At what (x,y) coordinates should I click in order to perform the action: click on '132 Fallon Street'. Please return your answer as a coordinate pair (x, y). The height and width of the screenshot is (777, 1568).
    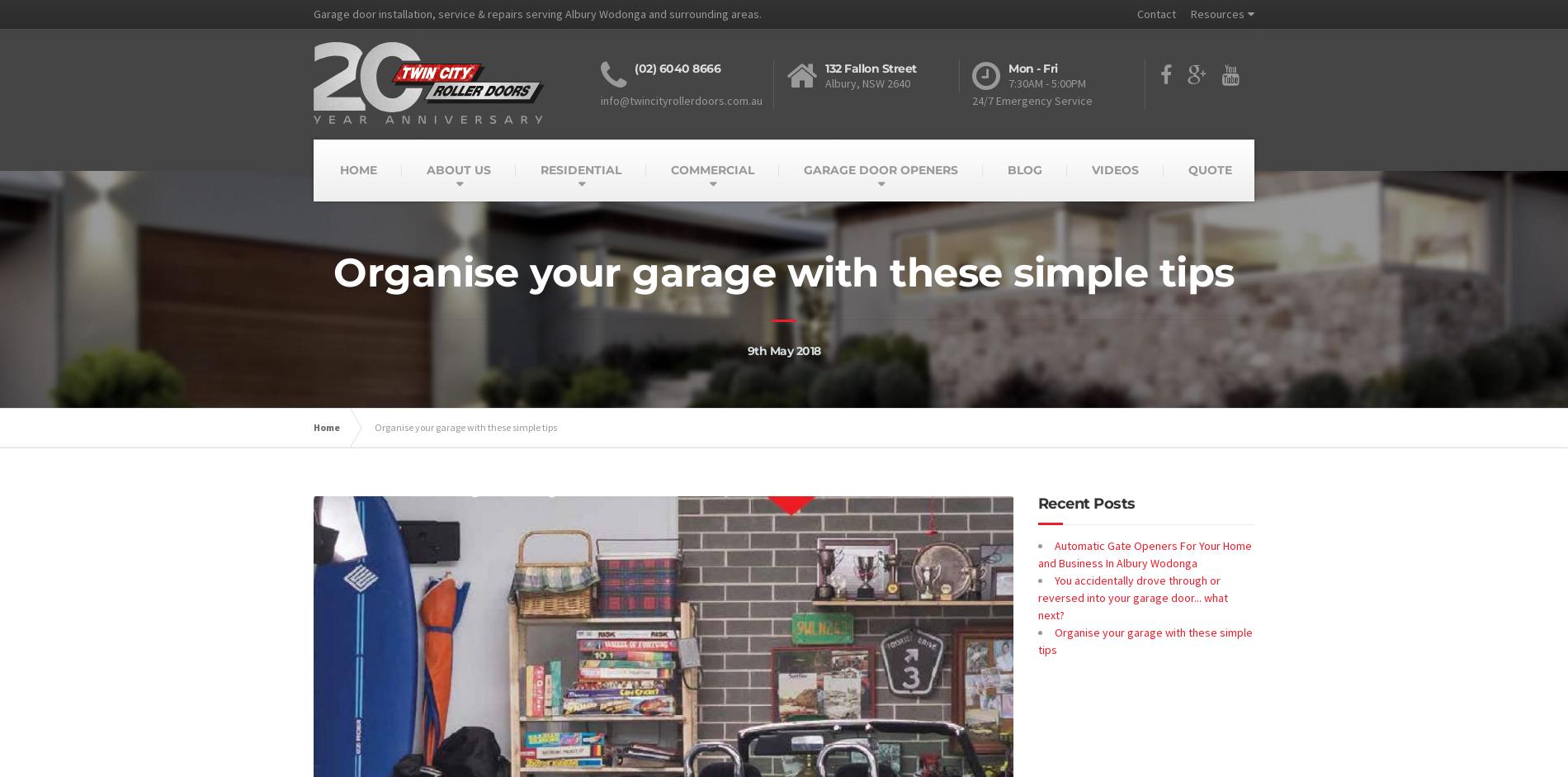
    Looking at the image, I should click on (871, 67).